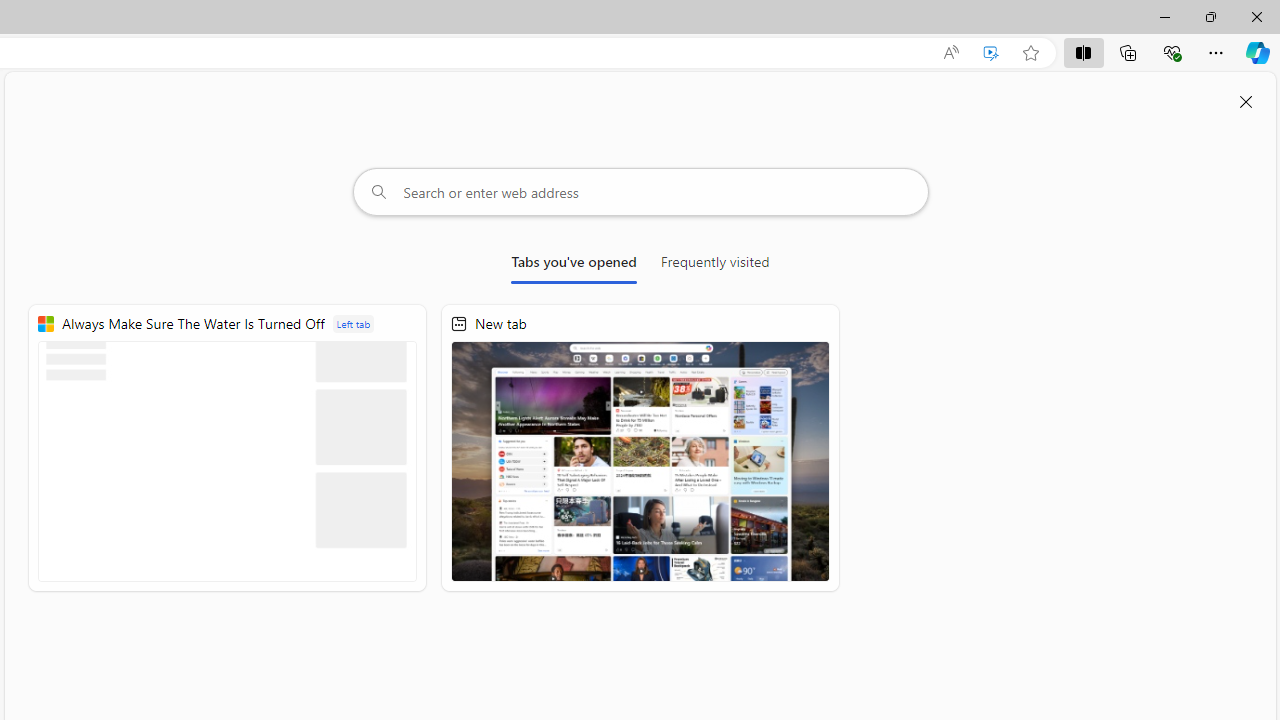  What do you see at coordinates (1171, 51) in the screenshot?
I see `'Browser essentials'` at bounding box center [1171, 51].